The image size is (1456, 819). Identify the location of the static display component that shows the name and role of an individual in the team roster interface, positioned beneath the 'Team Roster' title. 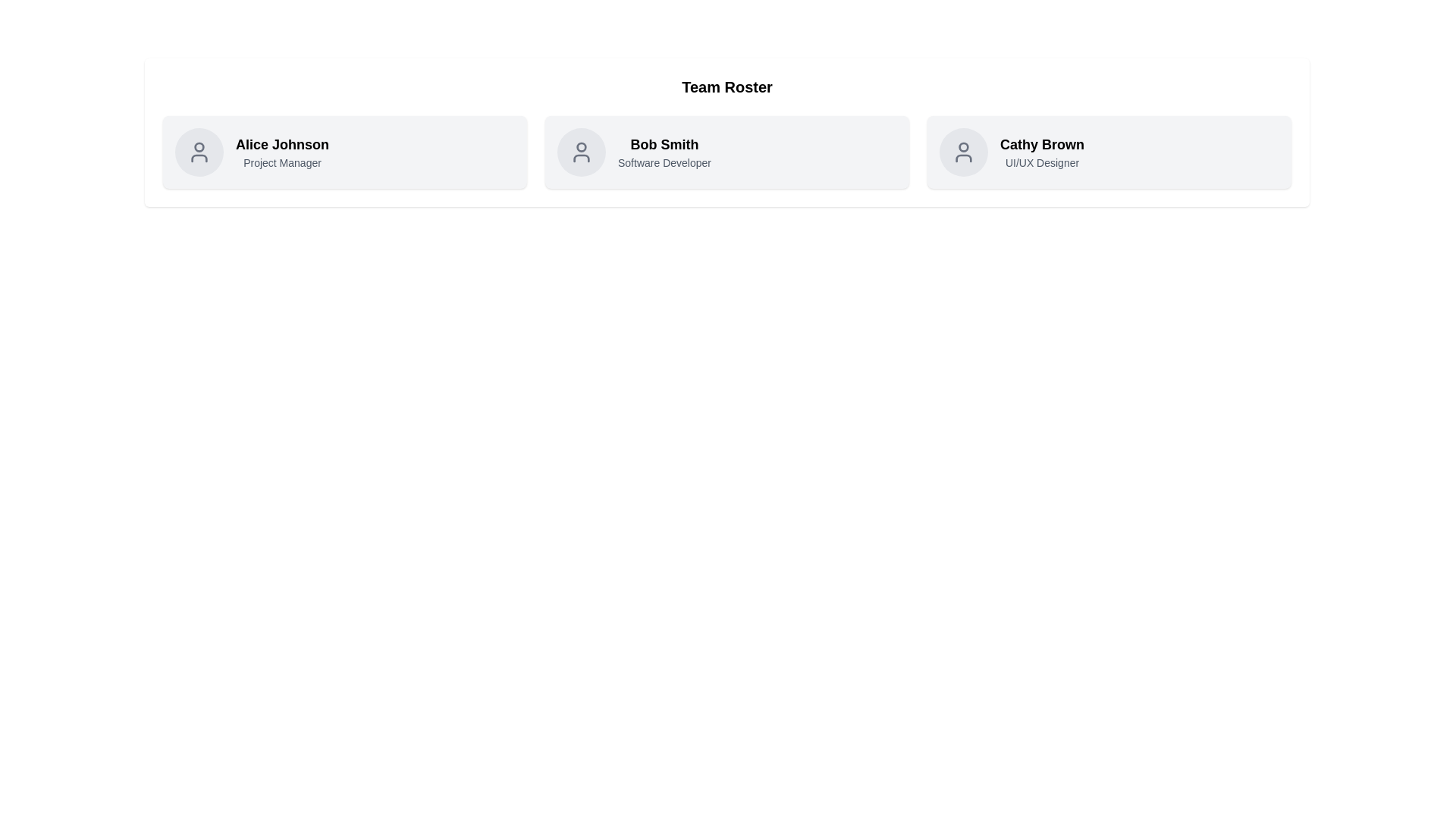
(664, 152).